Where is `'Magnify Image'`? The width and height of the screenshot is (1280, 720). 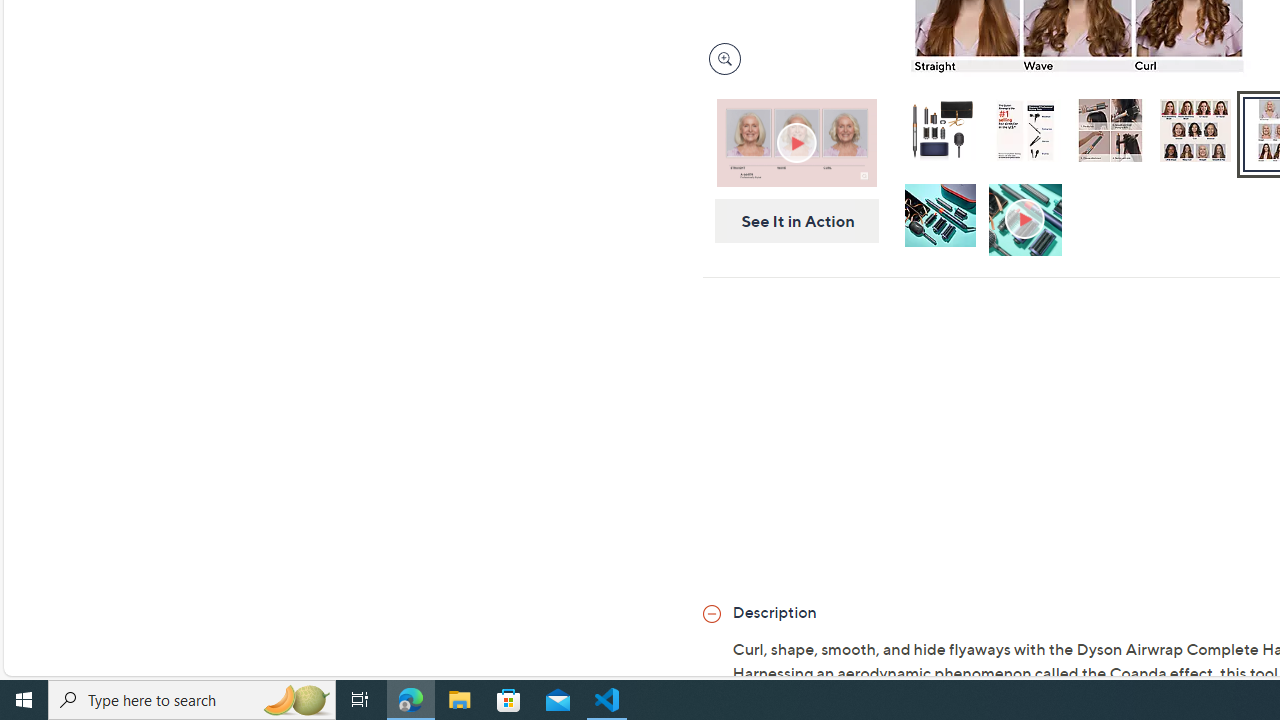 'Magnify Image' is located at coordinates (723, 57).